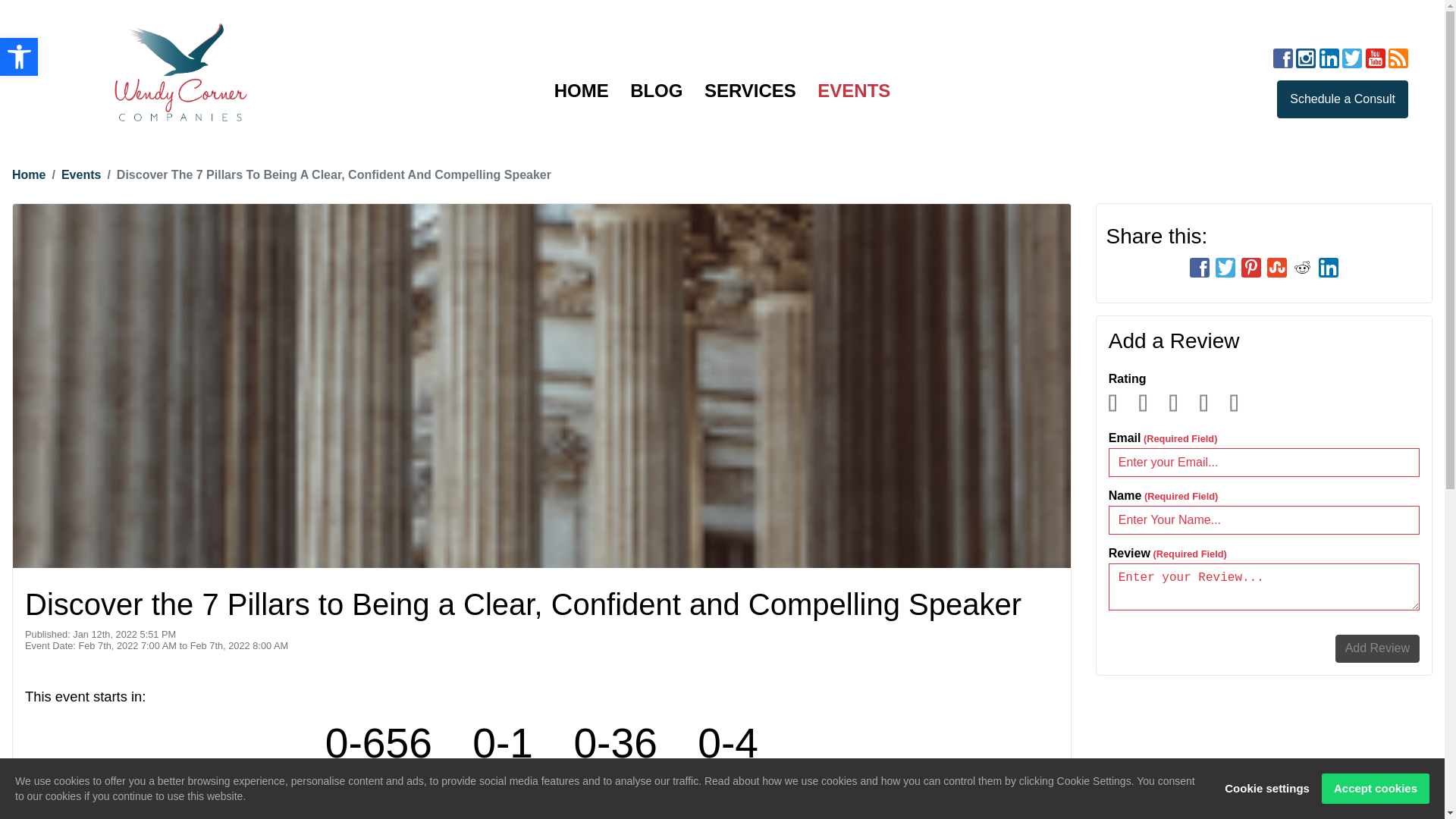 This screenshot has width=1456, height=819. Describe the element at coordinates (1251, 260) in the screenshot. I see `'social-pinterest'` at that location.